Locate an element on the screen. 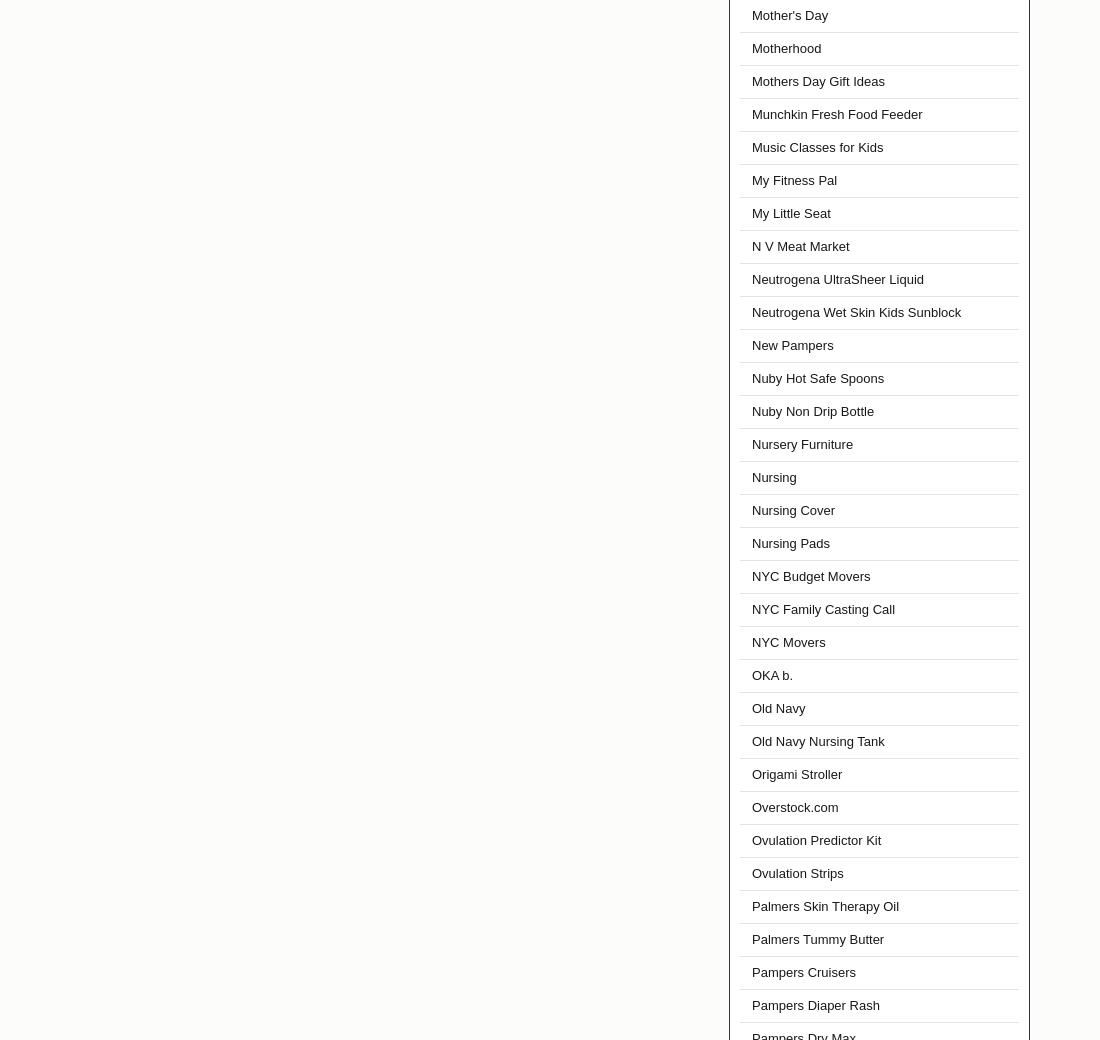  'Mother's Day' is located at coordinates (790, 14).